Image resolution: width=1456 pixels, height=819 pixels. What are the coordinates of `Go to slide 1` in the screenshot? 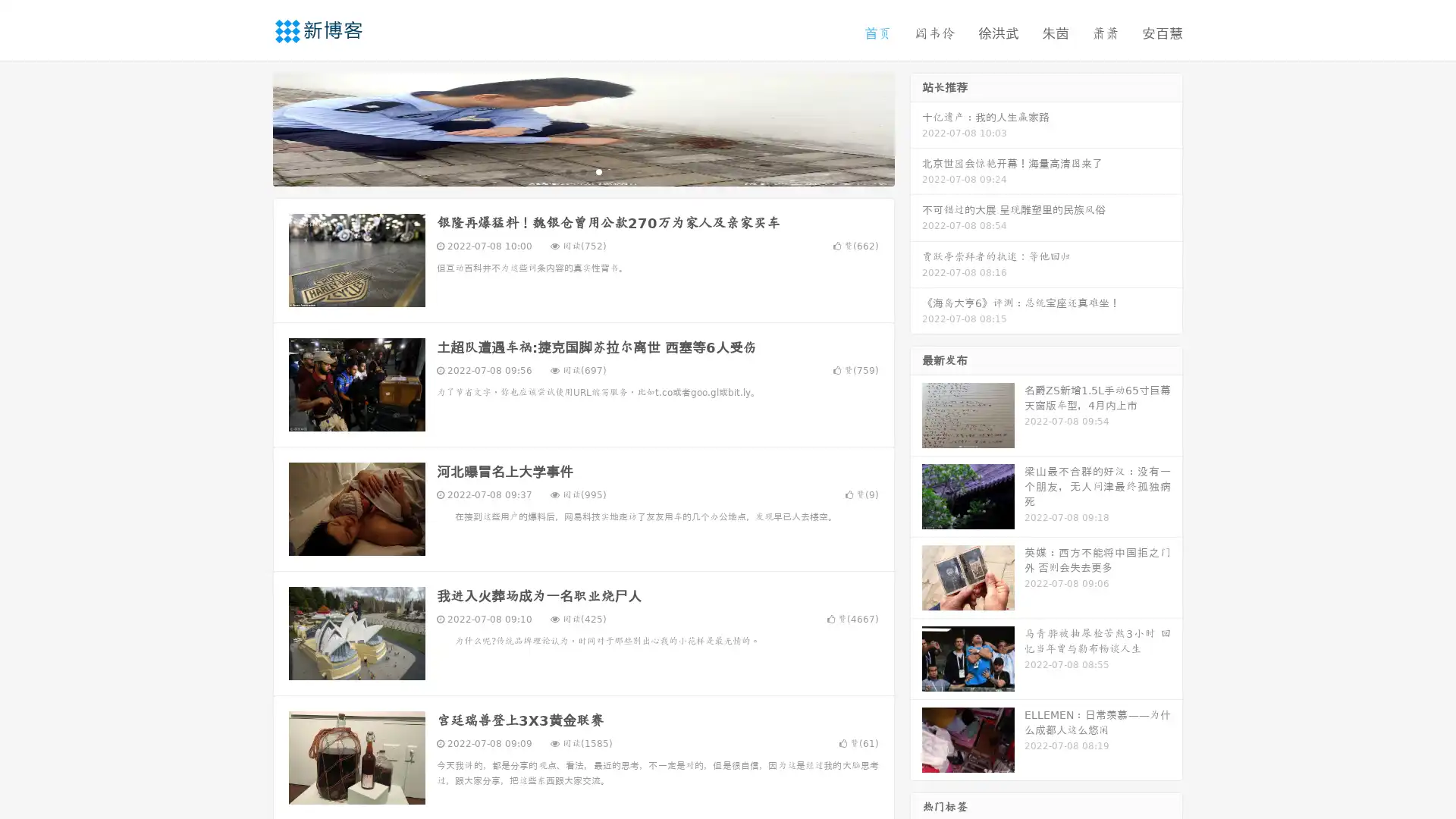 It's located at (567, 171).